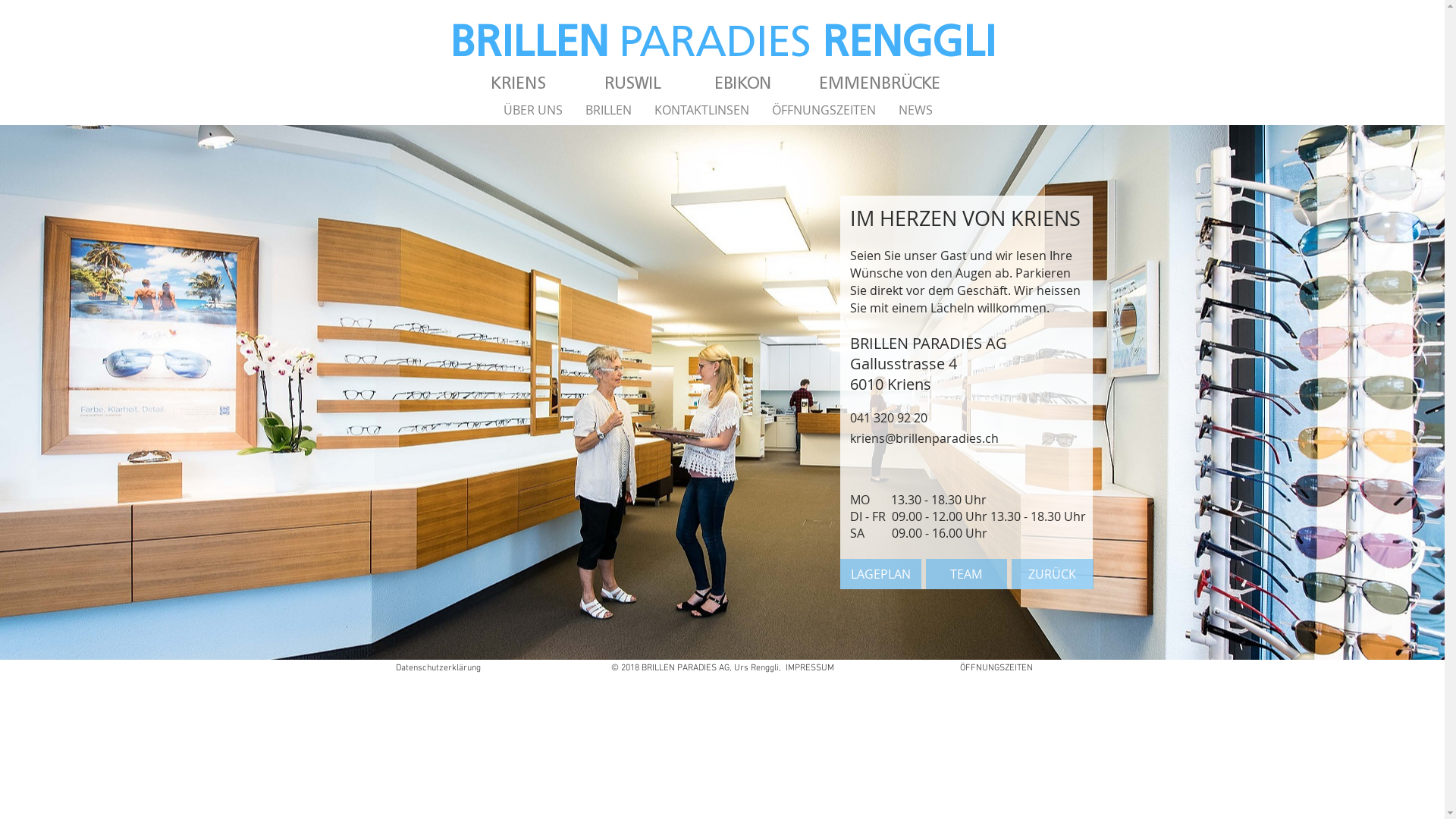  I want to click on 'RUSWIL', so click(603, 82).